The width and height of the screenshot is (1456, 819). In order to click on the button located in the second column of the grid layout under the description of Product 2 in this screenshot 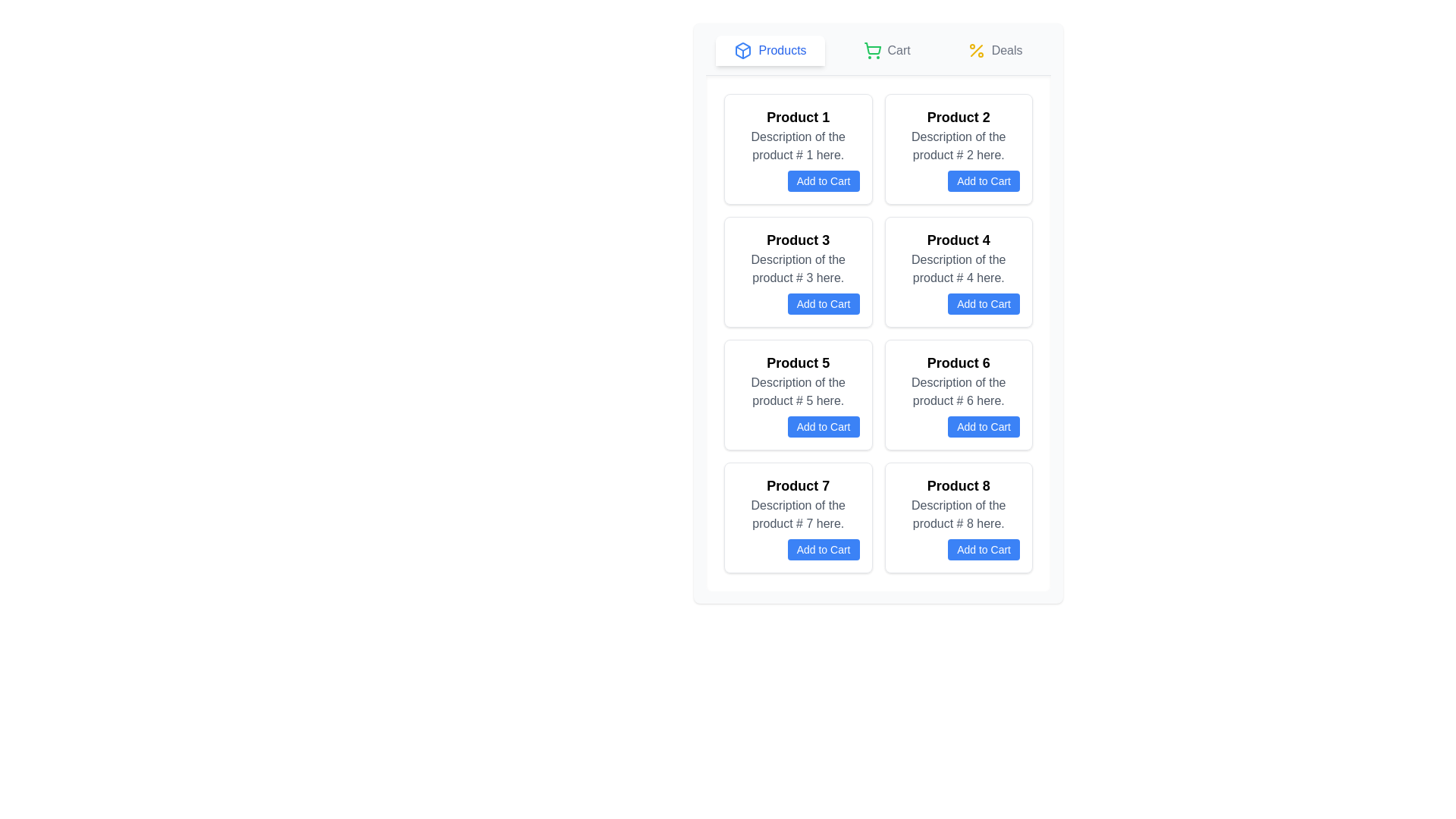, I will do `click(984, 180)`.